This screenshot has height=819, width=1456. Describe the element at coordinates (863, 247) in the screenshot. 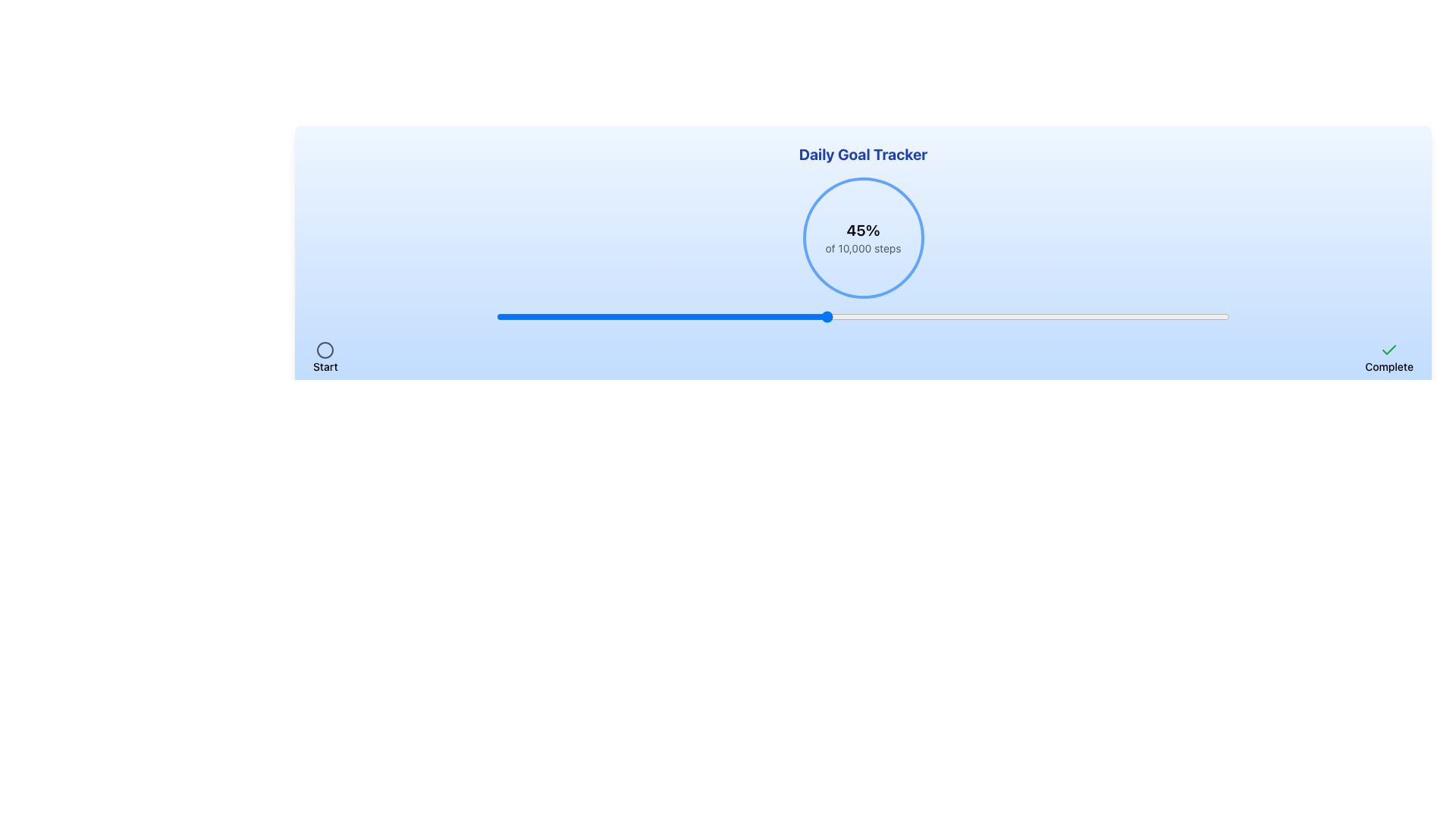

I see `text from the descriptive label indicating the total step goal, which is located below the '45%' text segment within the circular design in the 'Daily Goal Tracker' section` at that location.